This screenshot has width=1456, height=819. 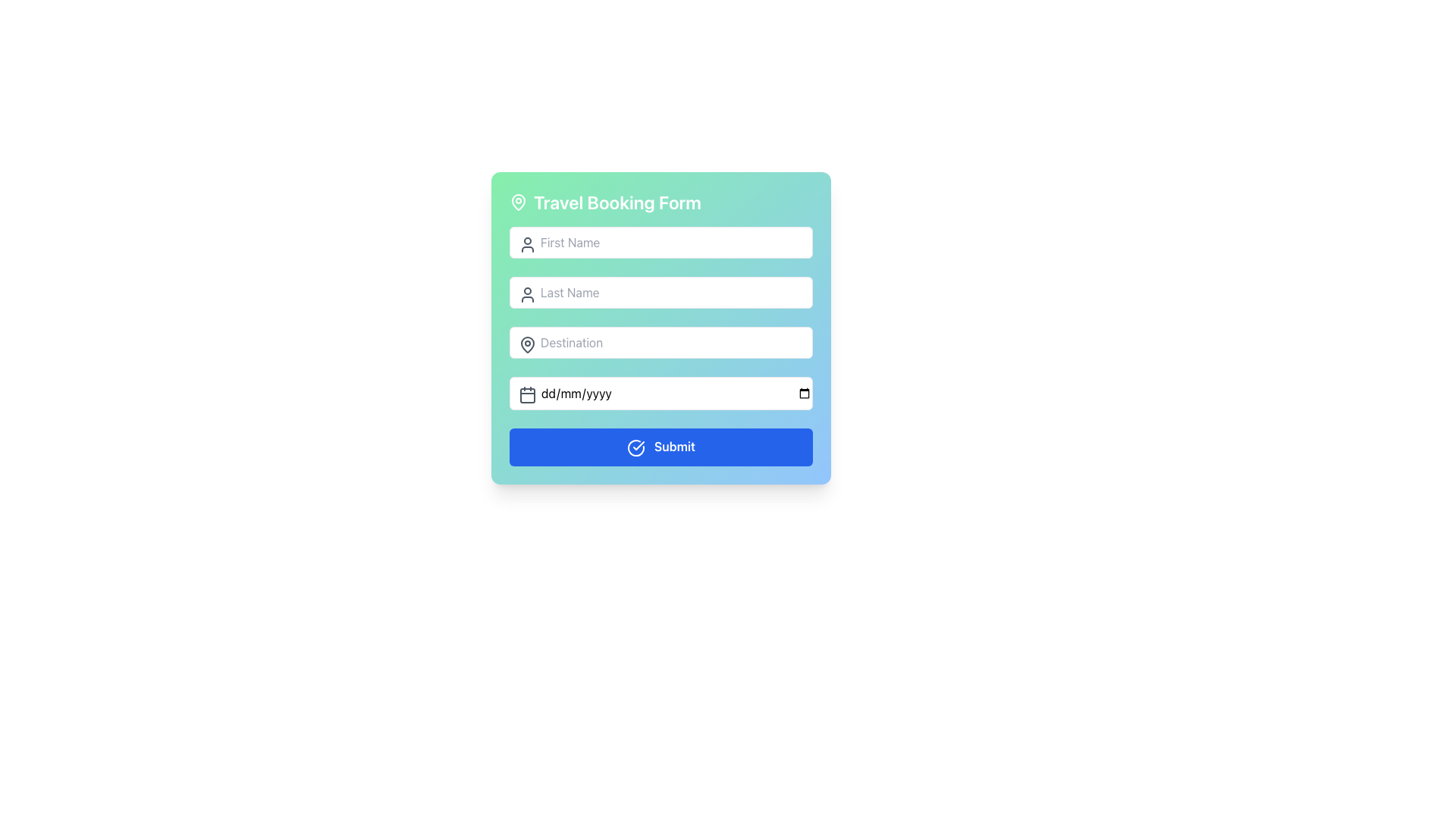 I want to click on the submission button located at the bottom of the 'Travel Booking Form', so click(x=661, y=446).